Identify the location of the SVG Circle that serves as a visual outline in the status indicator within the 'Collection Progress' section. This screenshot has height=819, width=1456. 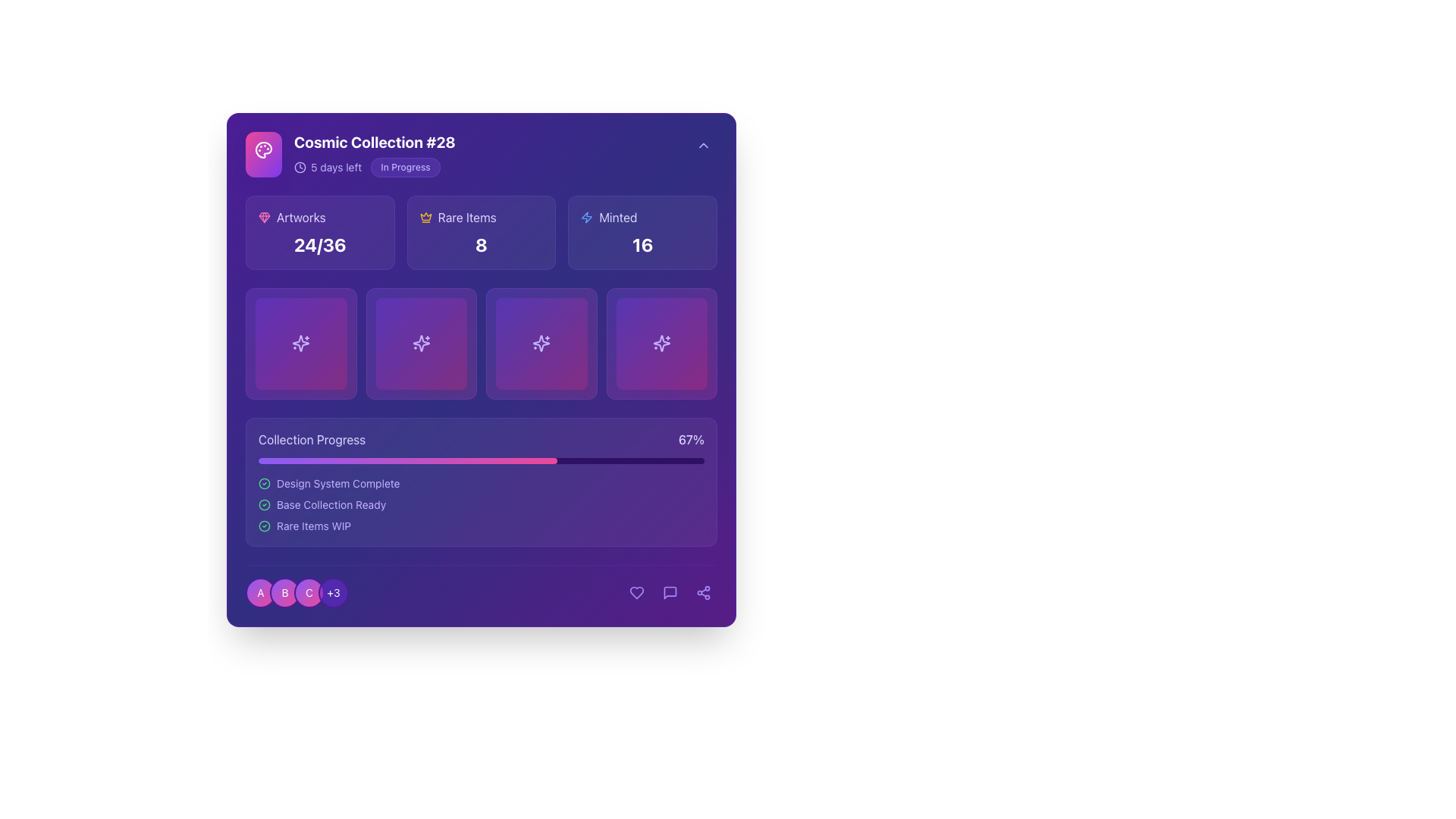
(265, 504).